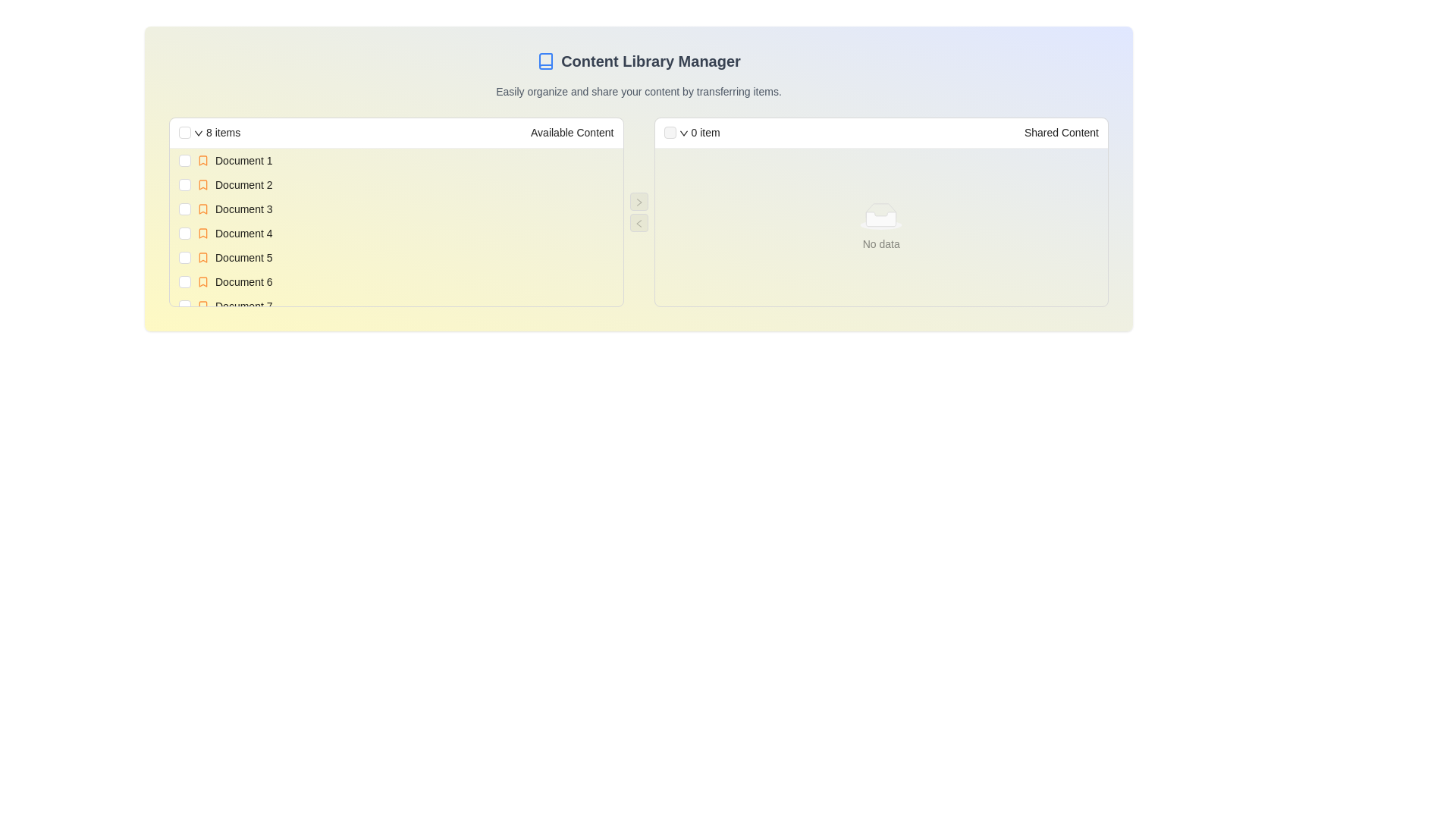  I want to click on the compact, orange-colored bookmark icon located, so click(202, 306).